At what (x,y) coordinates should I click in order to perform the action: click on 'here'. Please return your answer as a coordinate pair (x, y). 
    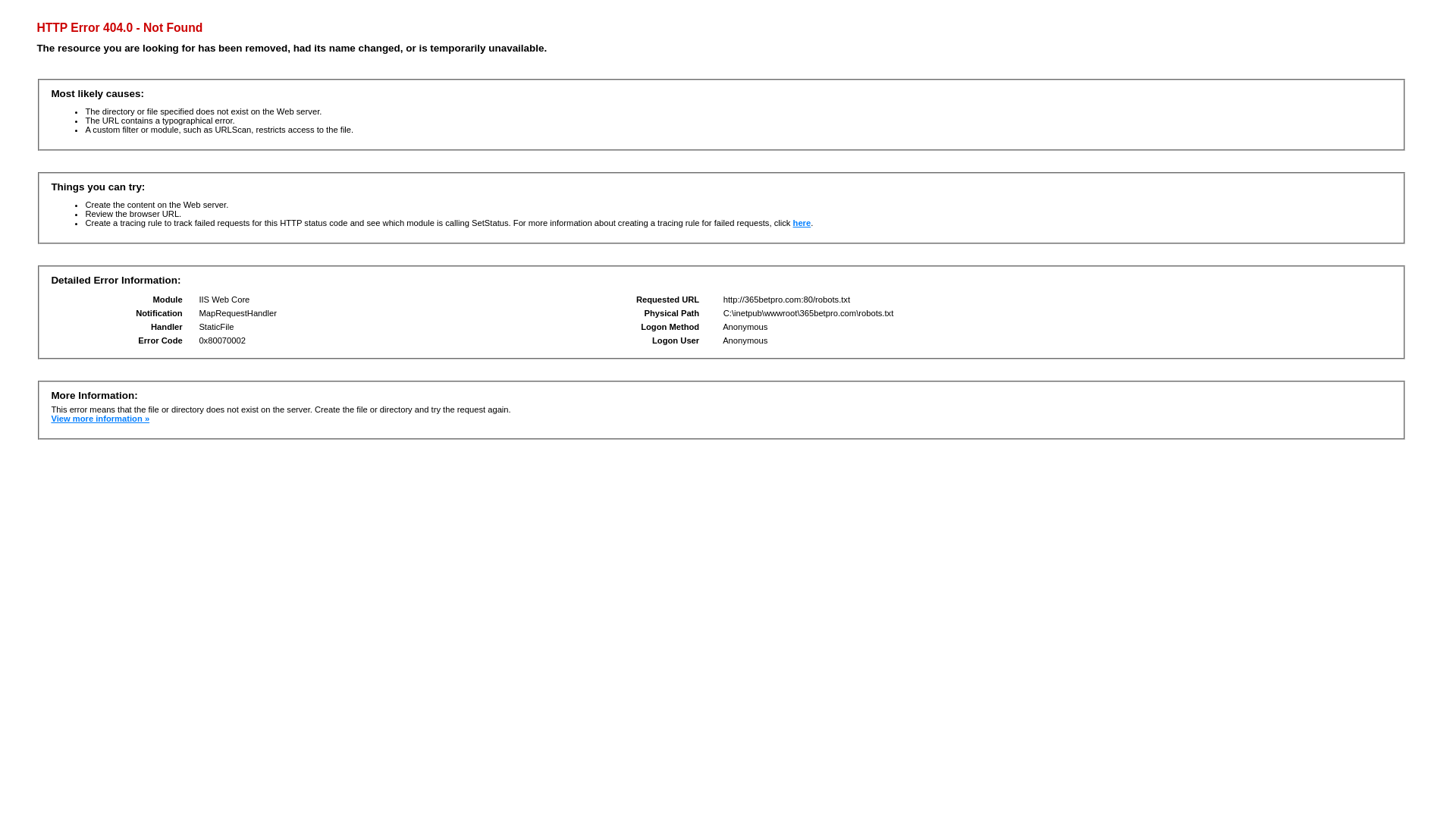
    Looking at the image, I should click on (801, 222).